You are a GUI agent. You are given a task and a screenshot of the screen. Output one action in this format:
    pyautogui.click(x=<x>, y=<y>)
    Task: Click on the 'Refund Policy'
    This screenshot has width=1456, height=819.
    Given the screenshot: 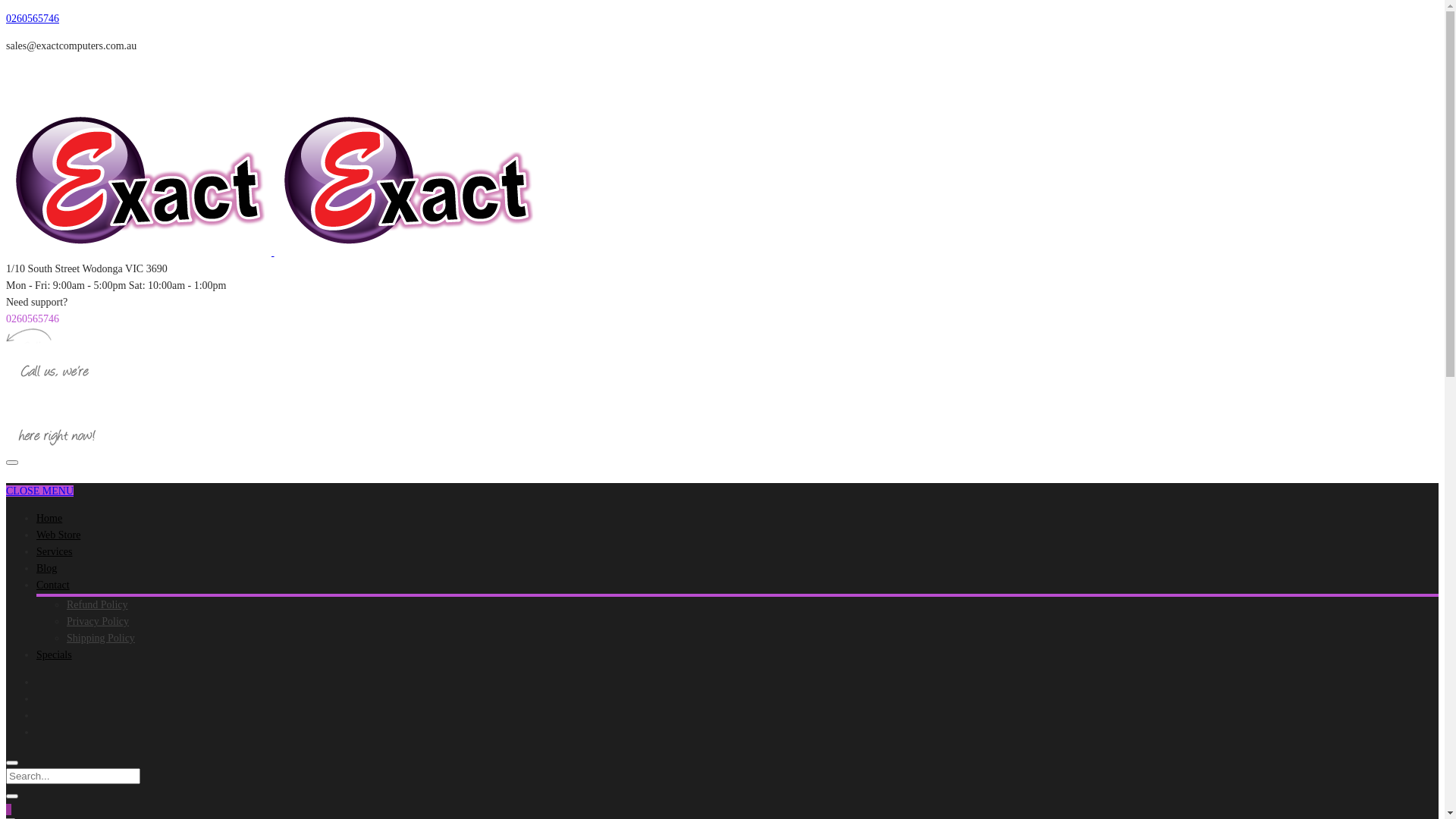 What is the action you would take?
    pyautogui.click(x=96, y=604)
    